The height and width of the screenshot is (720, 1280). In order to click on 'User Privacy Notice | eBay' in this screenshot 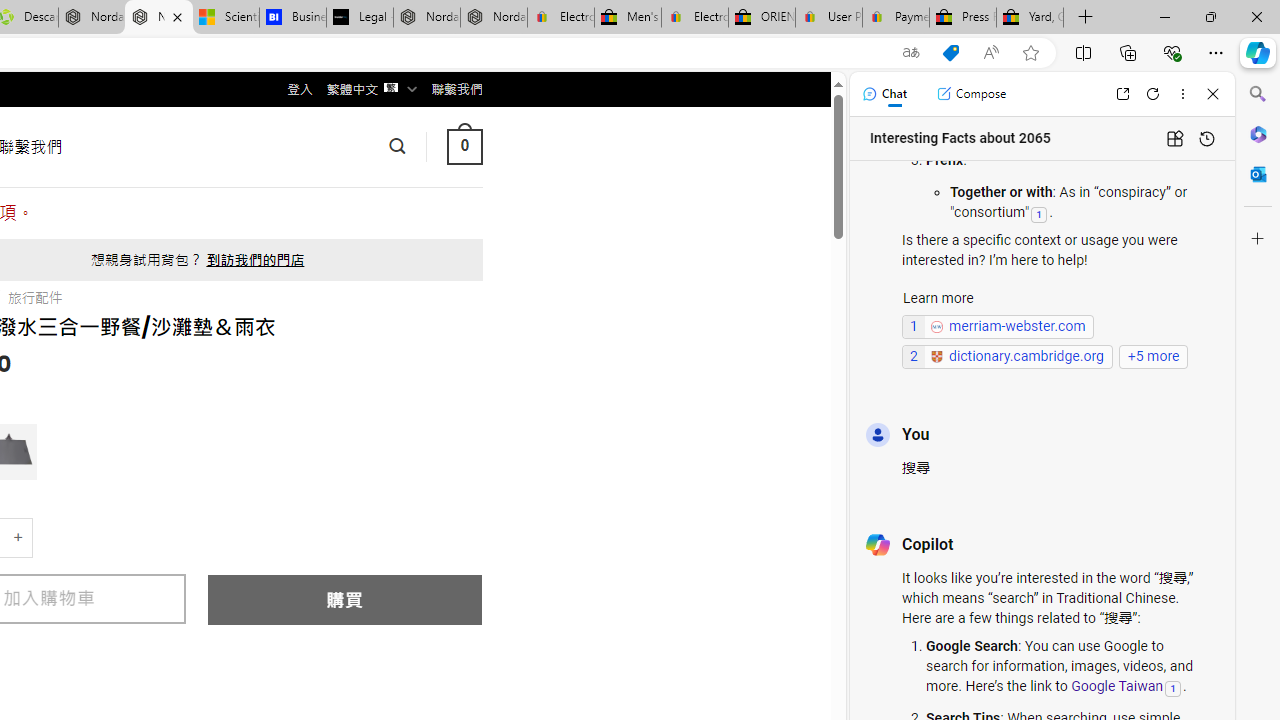, I will do `click(828, 17)`.